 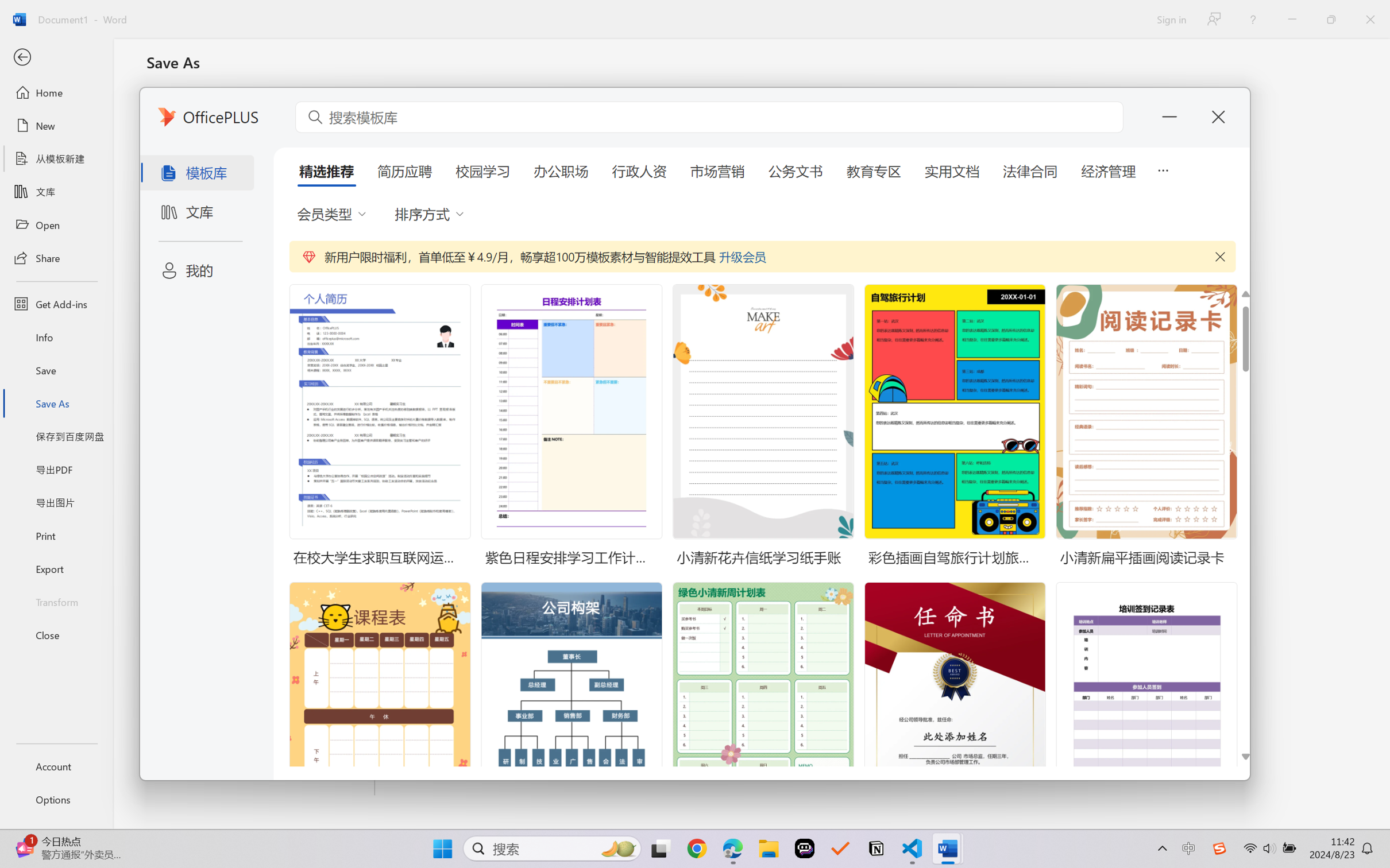 What do you see at coordinates (56, 303) in the screenshot?
I see `'Get Add-ins'` at bounding box center [56, 303].